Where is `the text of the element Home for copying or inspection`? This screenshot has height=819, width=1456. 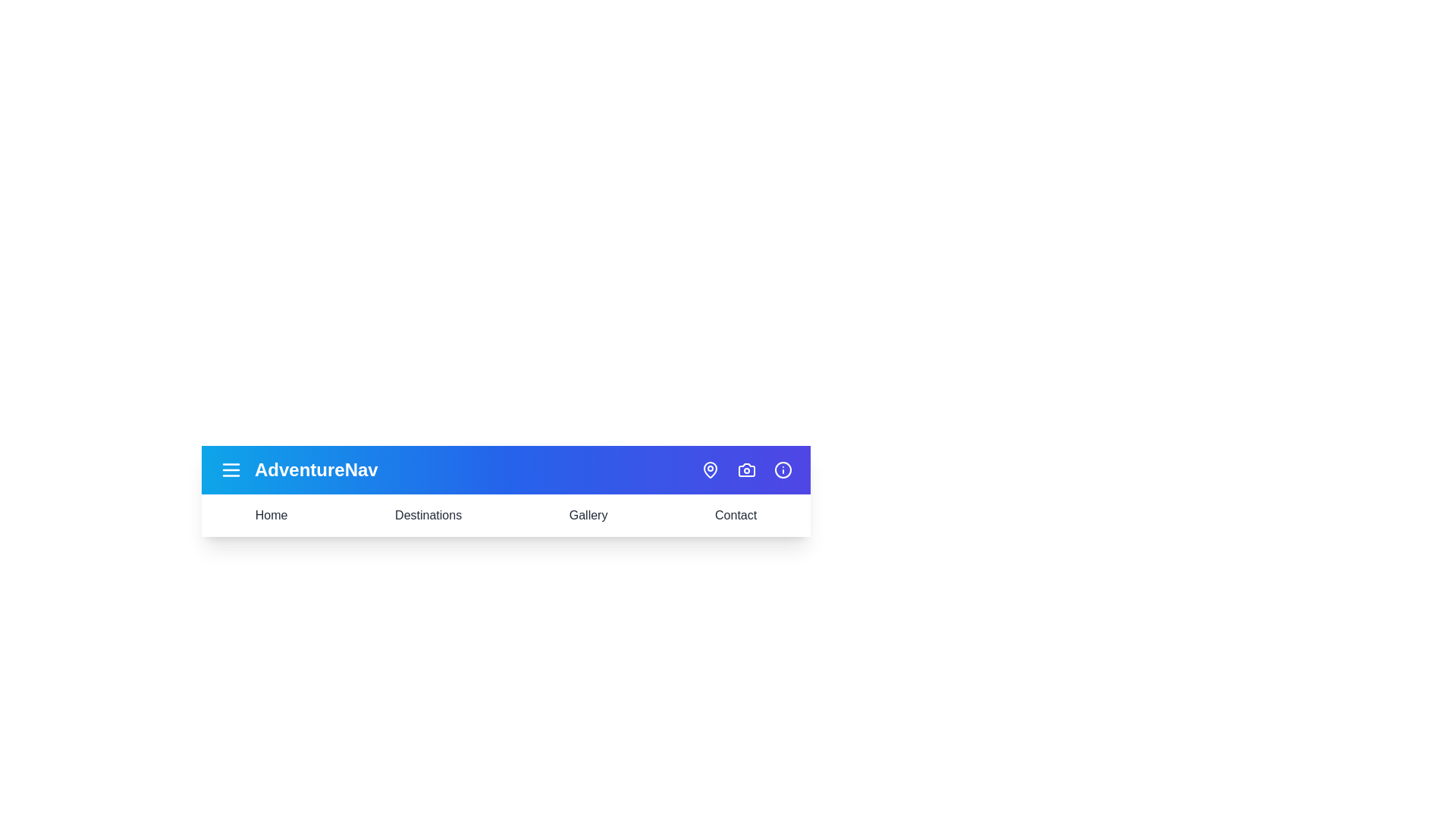 the text of the element Home for copying or inspection is located at coordinates (271, 514).